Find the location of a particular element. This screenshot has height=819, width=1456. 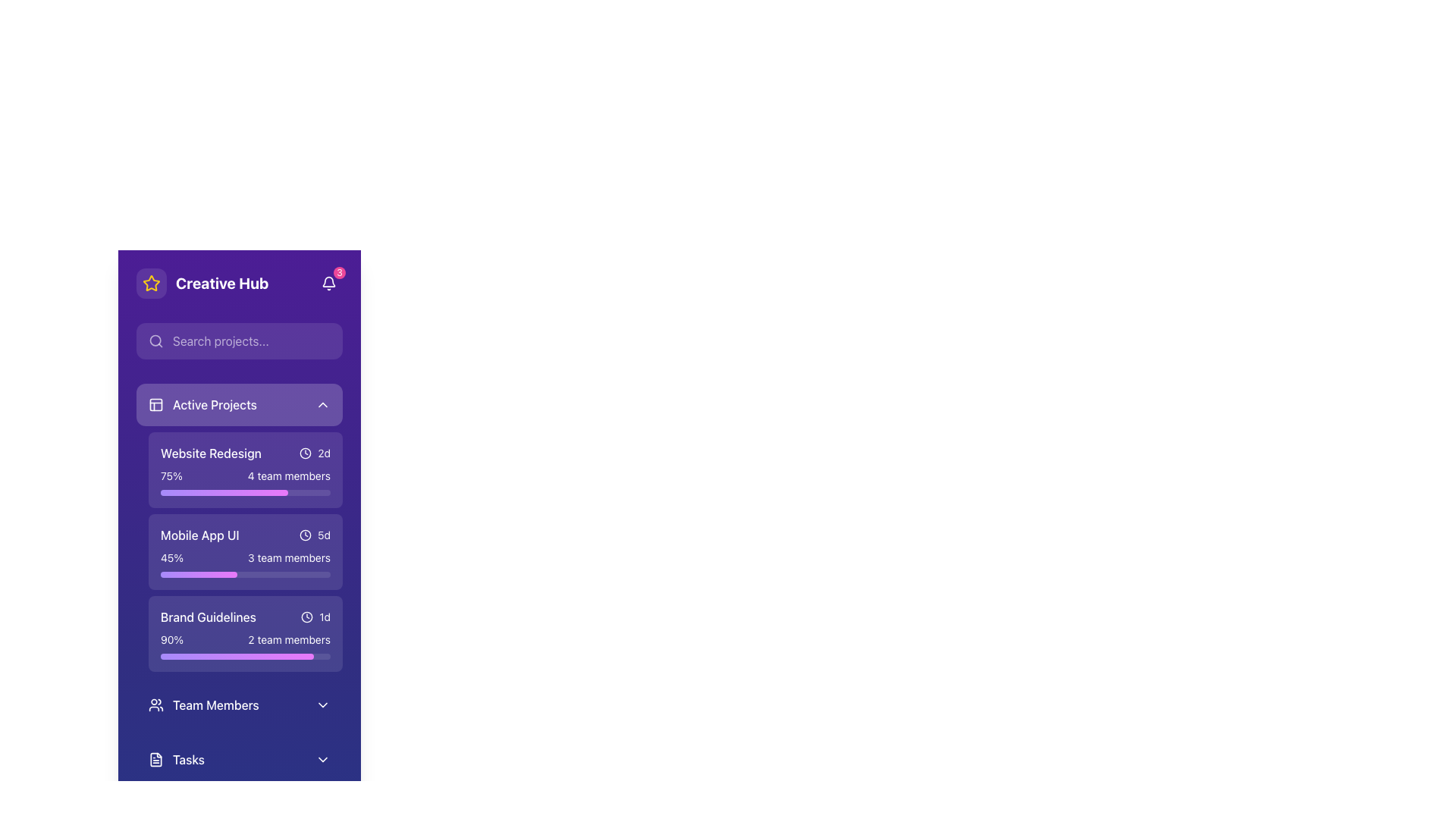

the 'Tasks' button located at the bottom-left section of the interface to prepare for keyboard interaction is located at coordinates (177, 760).